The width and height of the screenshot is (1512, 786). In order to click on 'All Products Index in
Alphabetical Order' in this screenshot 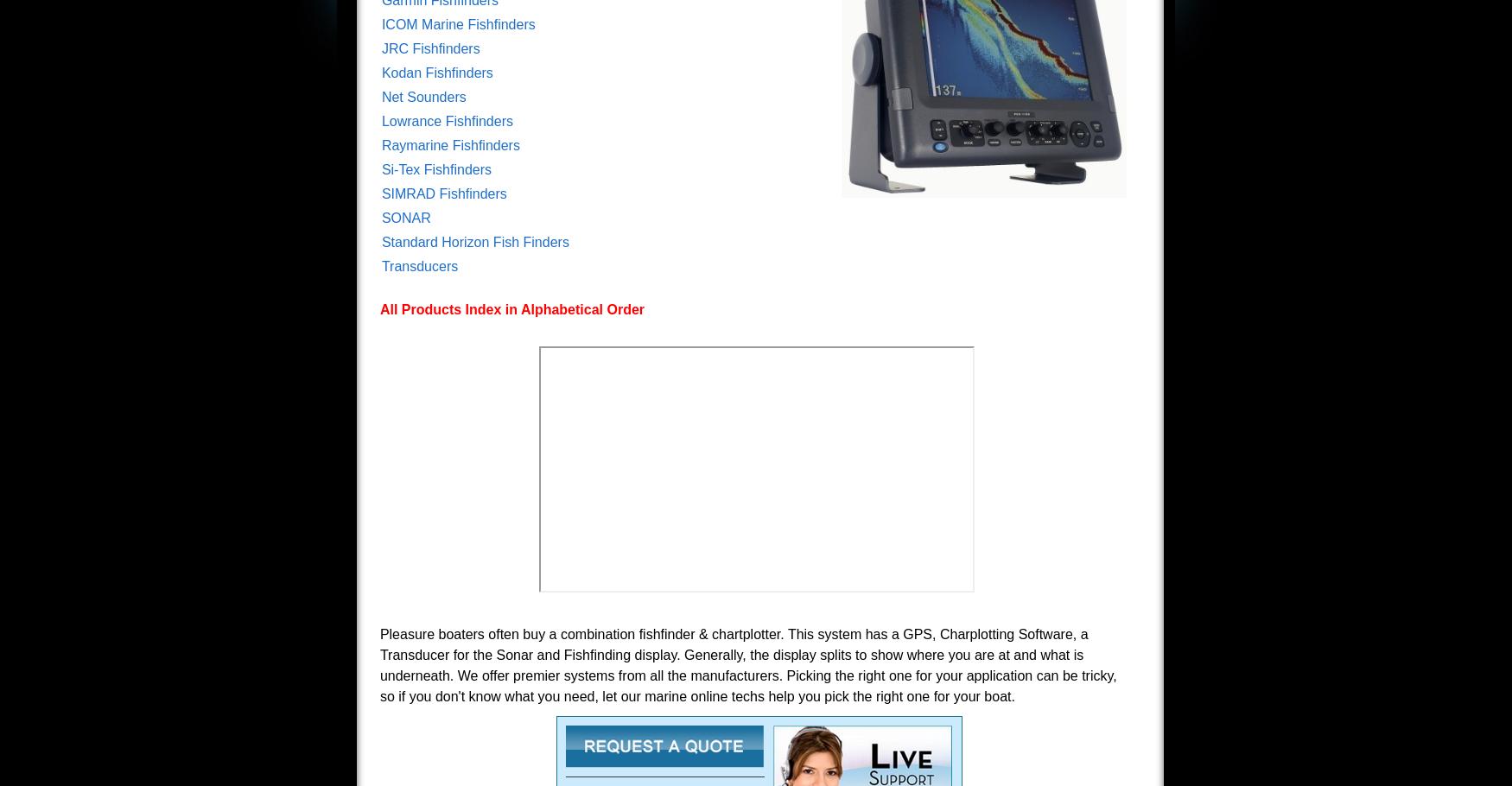, I will do `click(511, 309)`.